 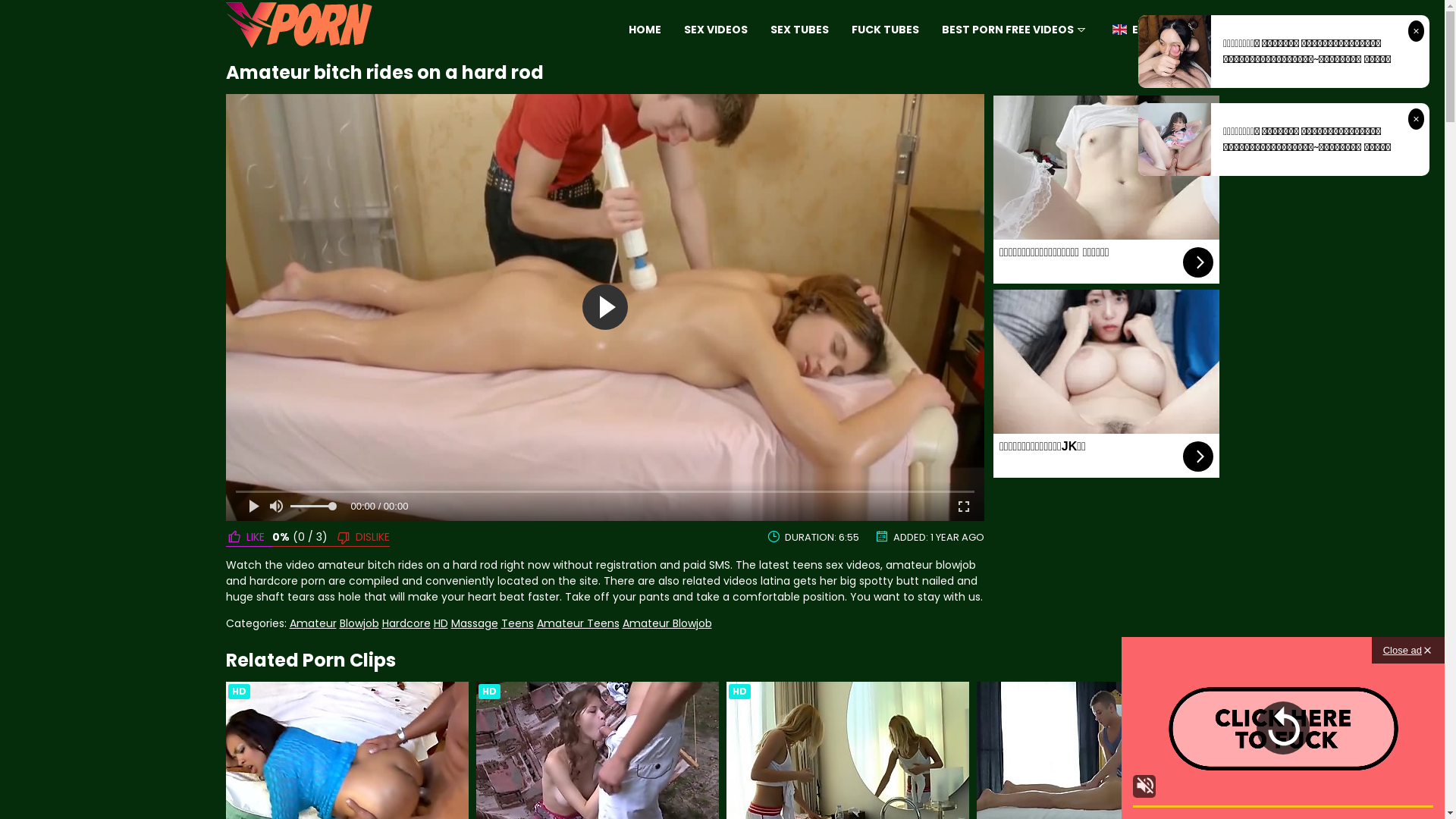 I want to click on 'BEST PORN FREE VIDEOS', so click(x=941, y=29).